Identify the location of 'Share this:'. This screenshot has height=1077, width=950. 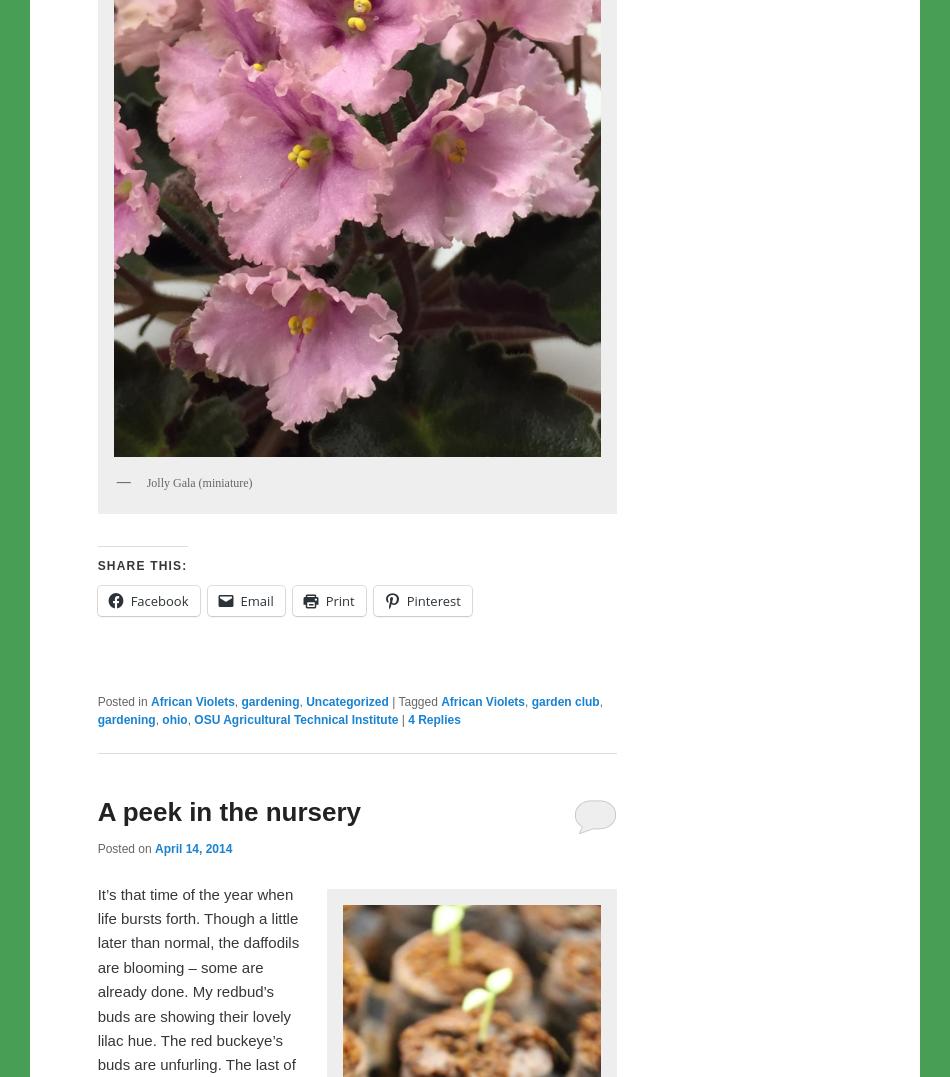
(142, 565).